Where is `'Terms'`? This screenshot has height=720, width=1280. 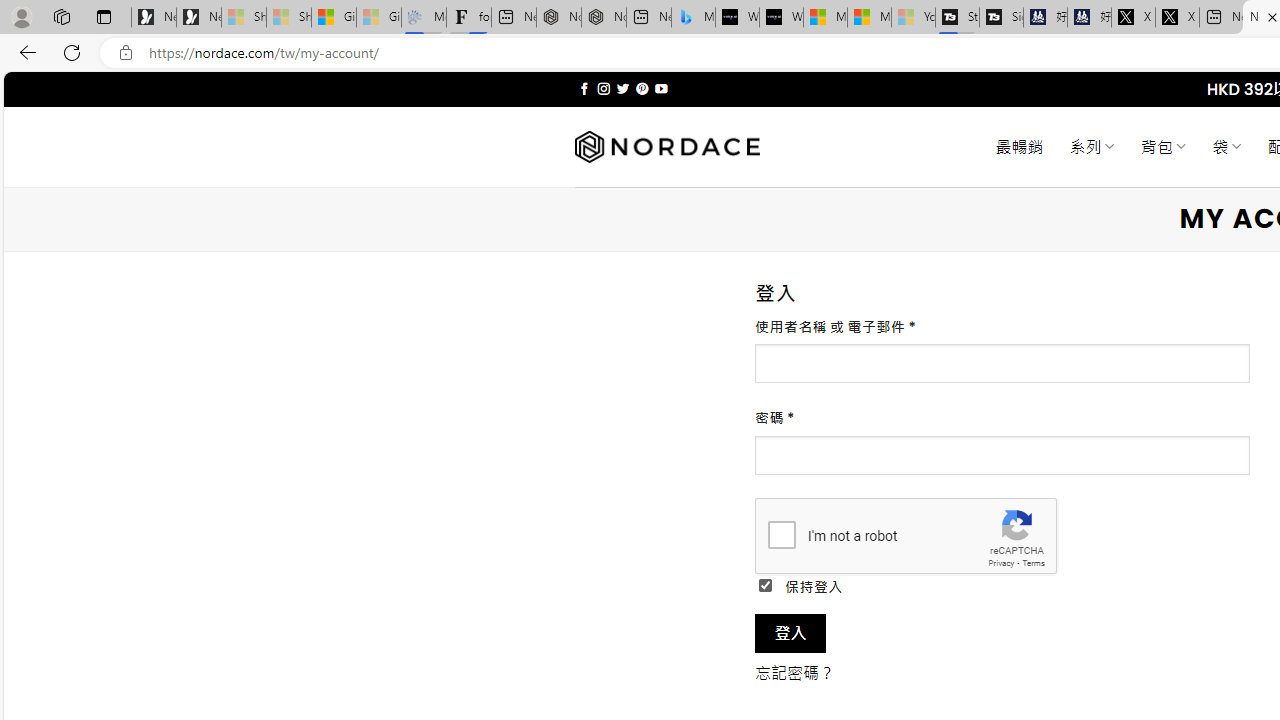
'Terms' is located at coordinates (1033, 563).